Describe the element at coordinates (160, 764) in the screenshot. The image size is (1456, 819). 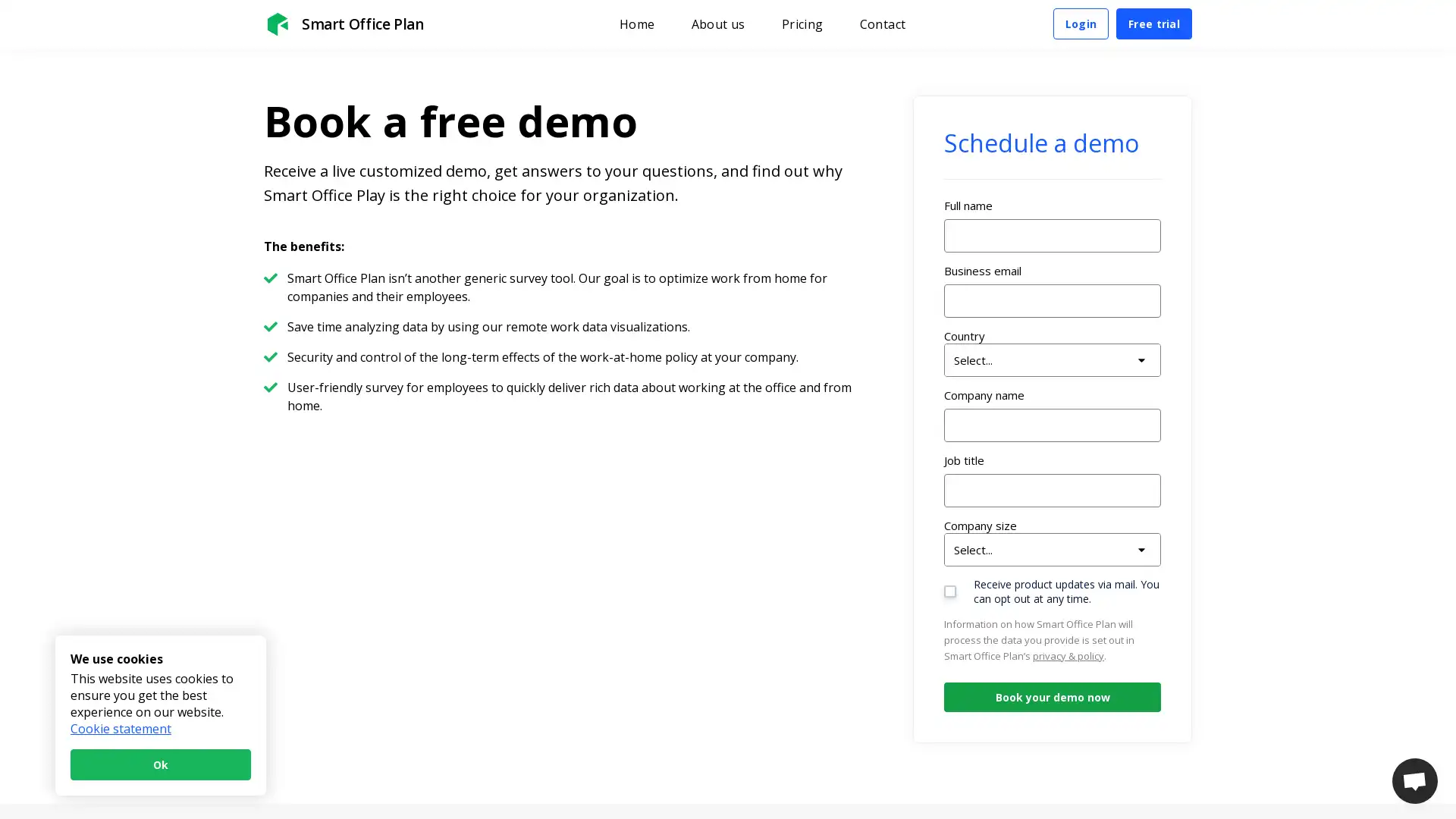
I see `Ok` at that location.